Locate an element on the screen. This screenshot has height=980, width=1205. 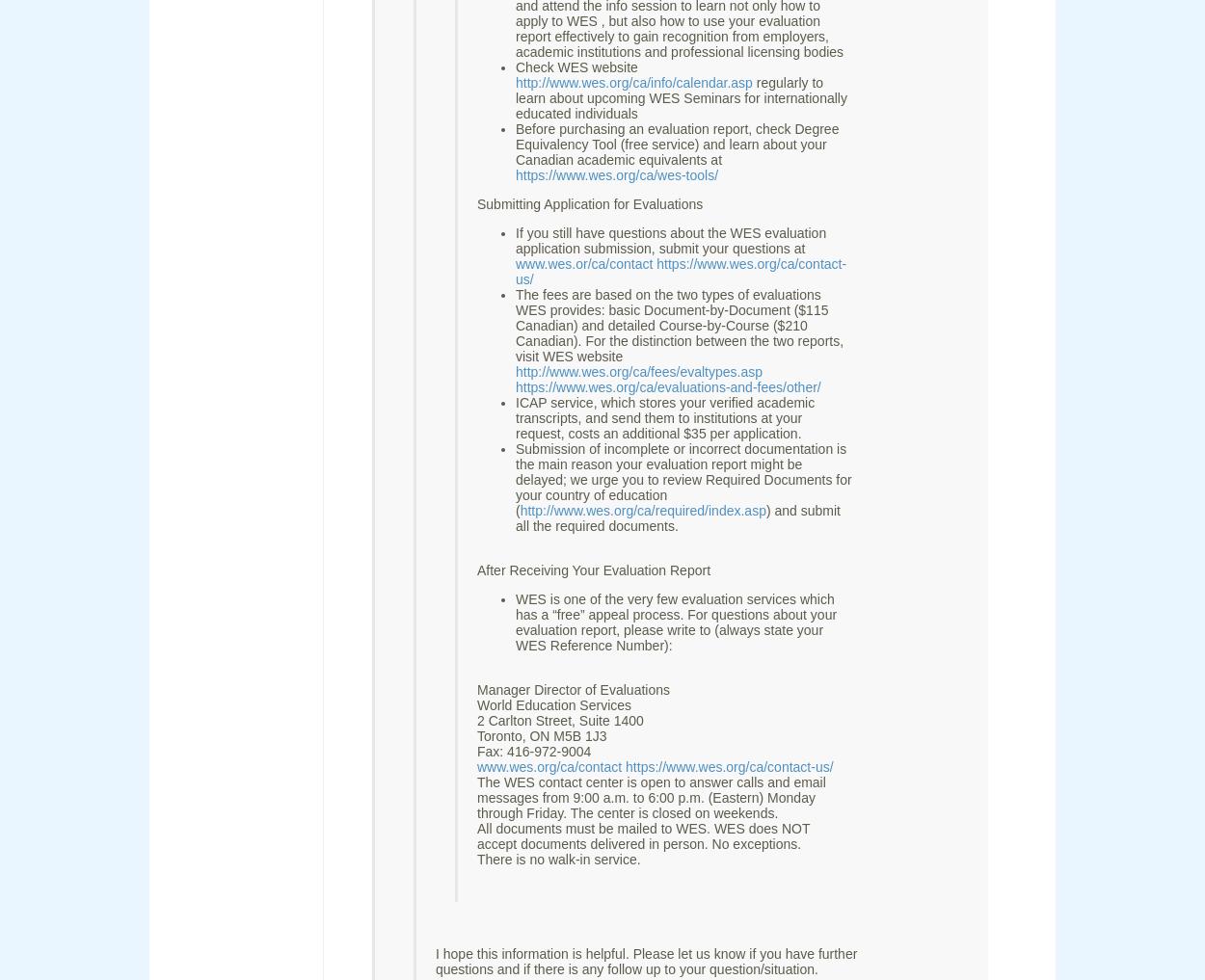
'regularly to learn about upcoming WES Seminars for internationally educated individuals' is located at coordinates (680, 98).